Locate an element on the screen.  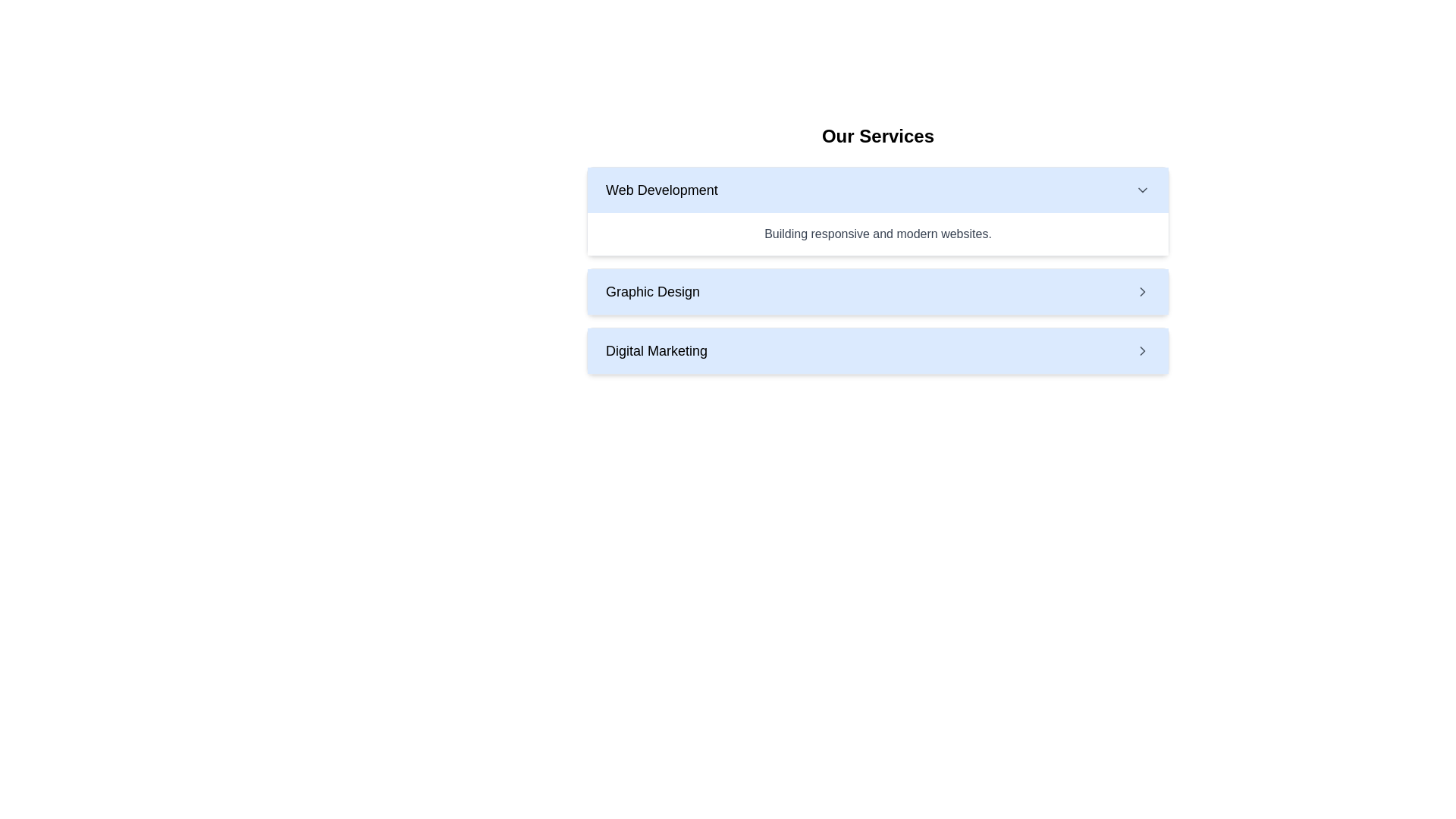
the third item in the vertical list that allows navigation to the 'Digital Marketing' section, located below 'Graphic Design' is located at coordinates (877, 350).